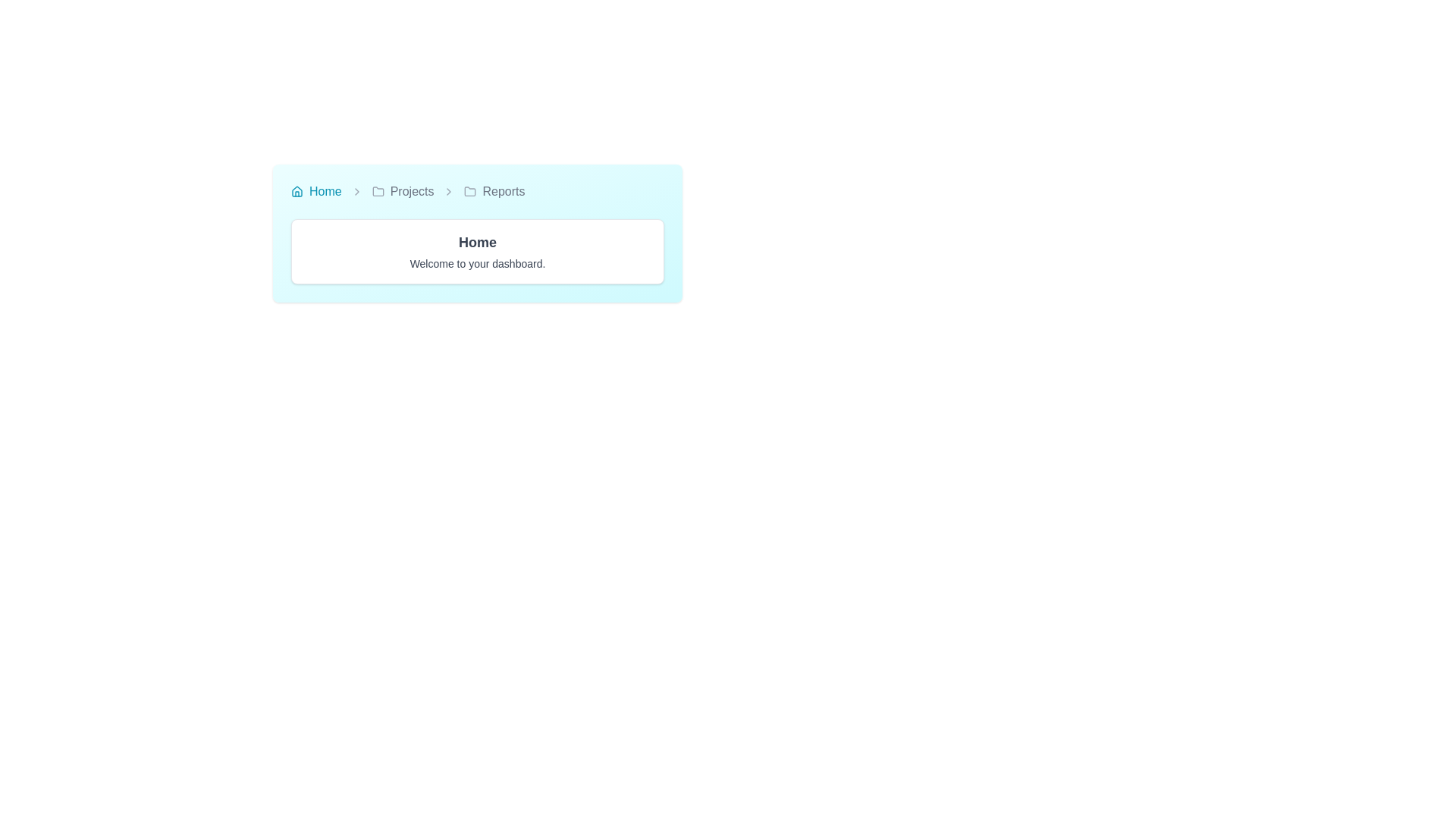 The image size is (1456, 819). What do you see at coordinates (469, 190) in the screenshot?
I see `folder icon located in the breadcrumb navigation bar, which is styled in gray and positioned between the 'Home' and 'Reports' links` at bounding box center [469, 190].